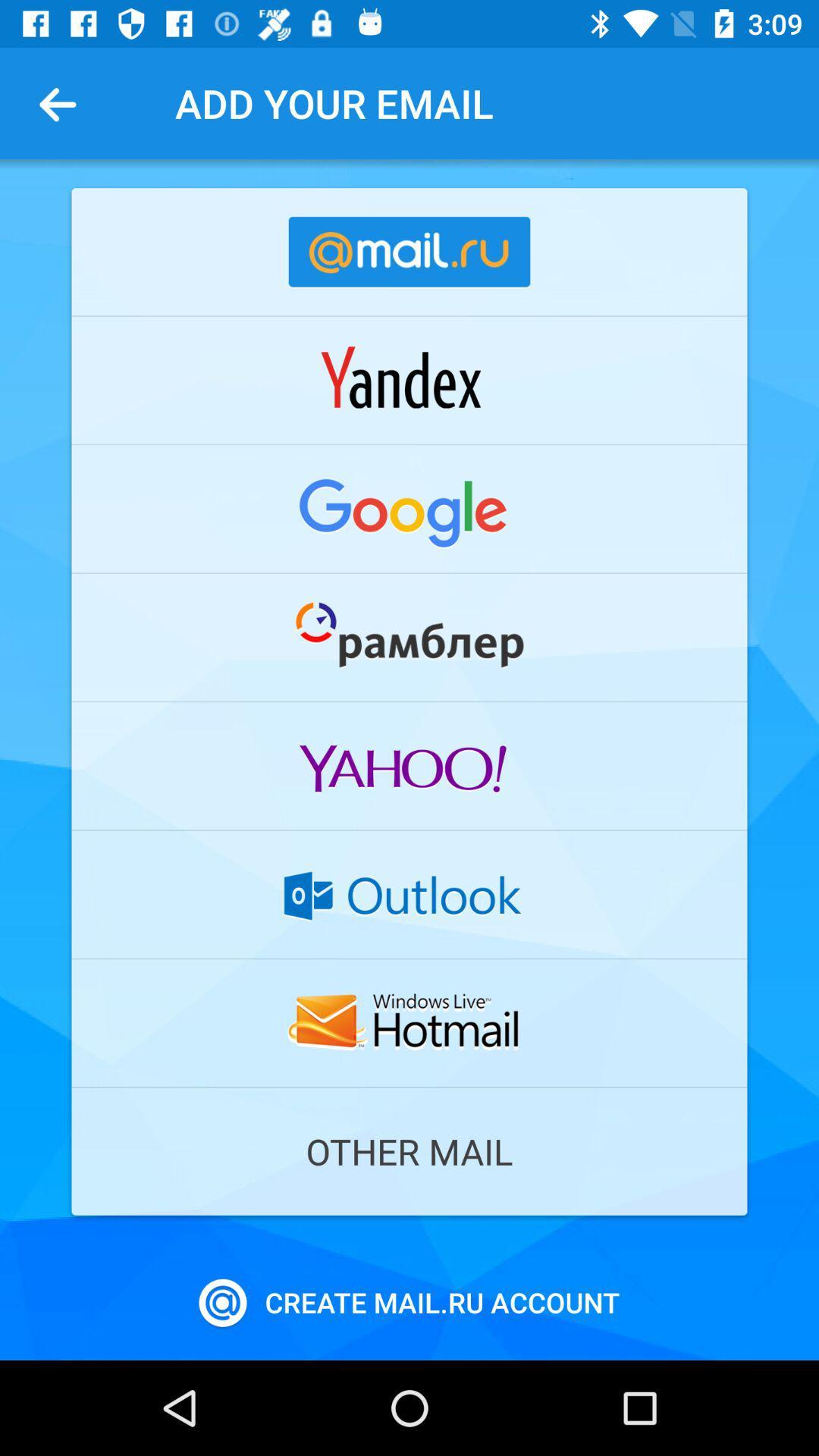 Image resolution: width=819 pixels, height=1456 pixels. I want to click on tap mail option, so click(409, 509).